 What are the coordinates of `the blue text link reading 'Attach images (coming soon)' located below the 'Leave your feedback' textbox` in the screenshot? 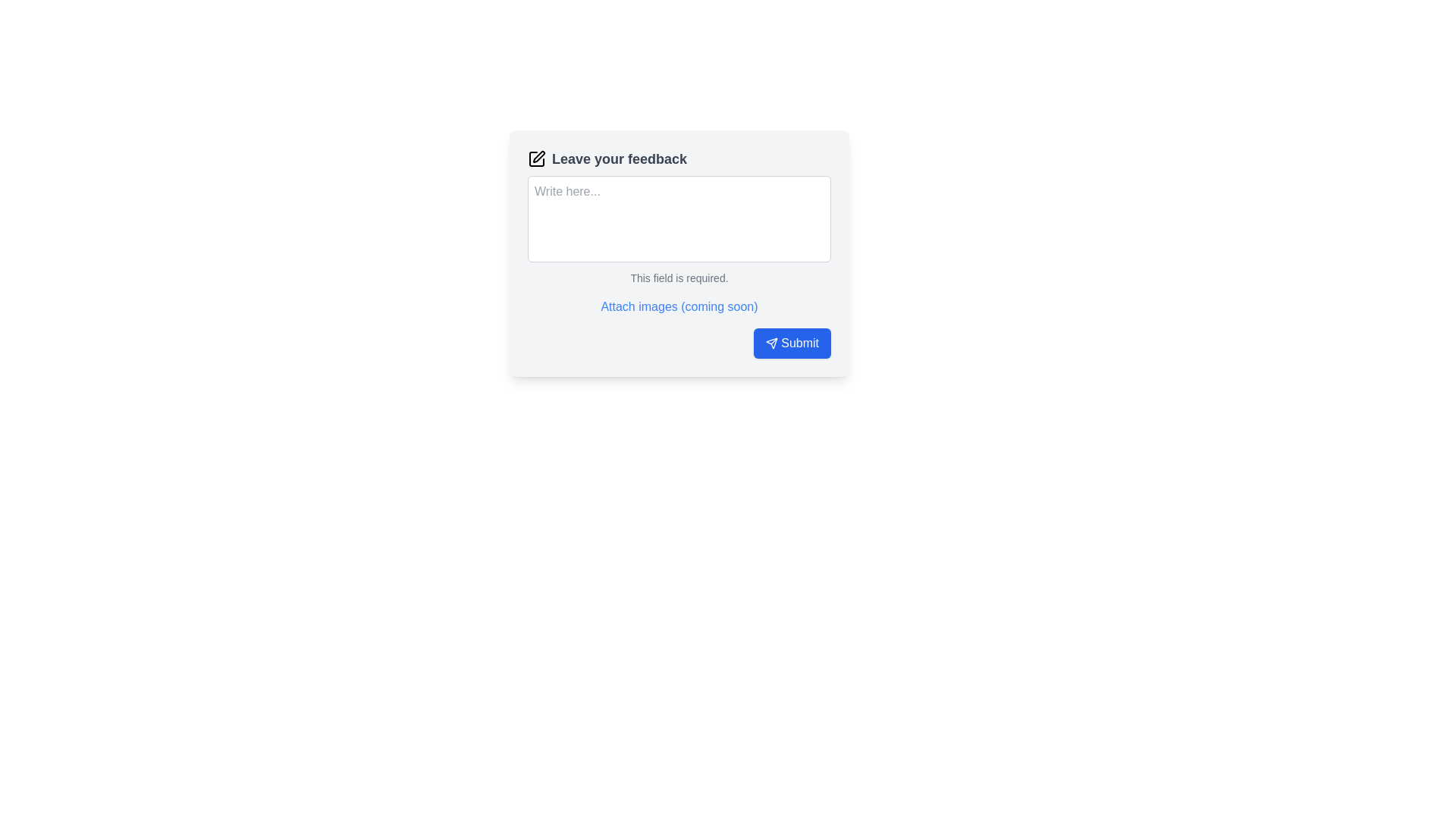 It's located at (677, 307).